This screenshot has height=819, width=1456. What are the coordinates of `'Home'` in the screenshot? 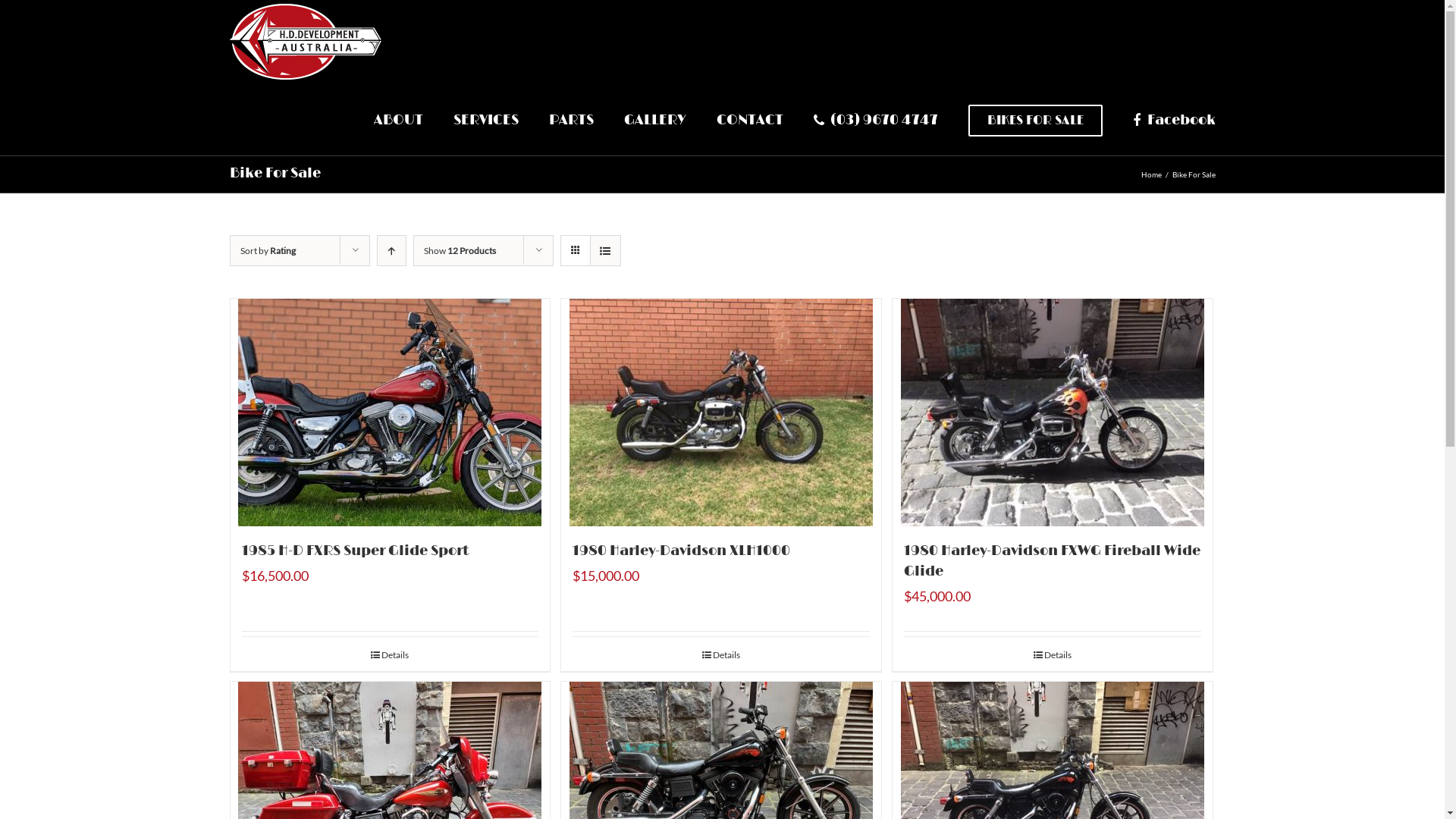 It's located at (1150, 174).